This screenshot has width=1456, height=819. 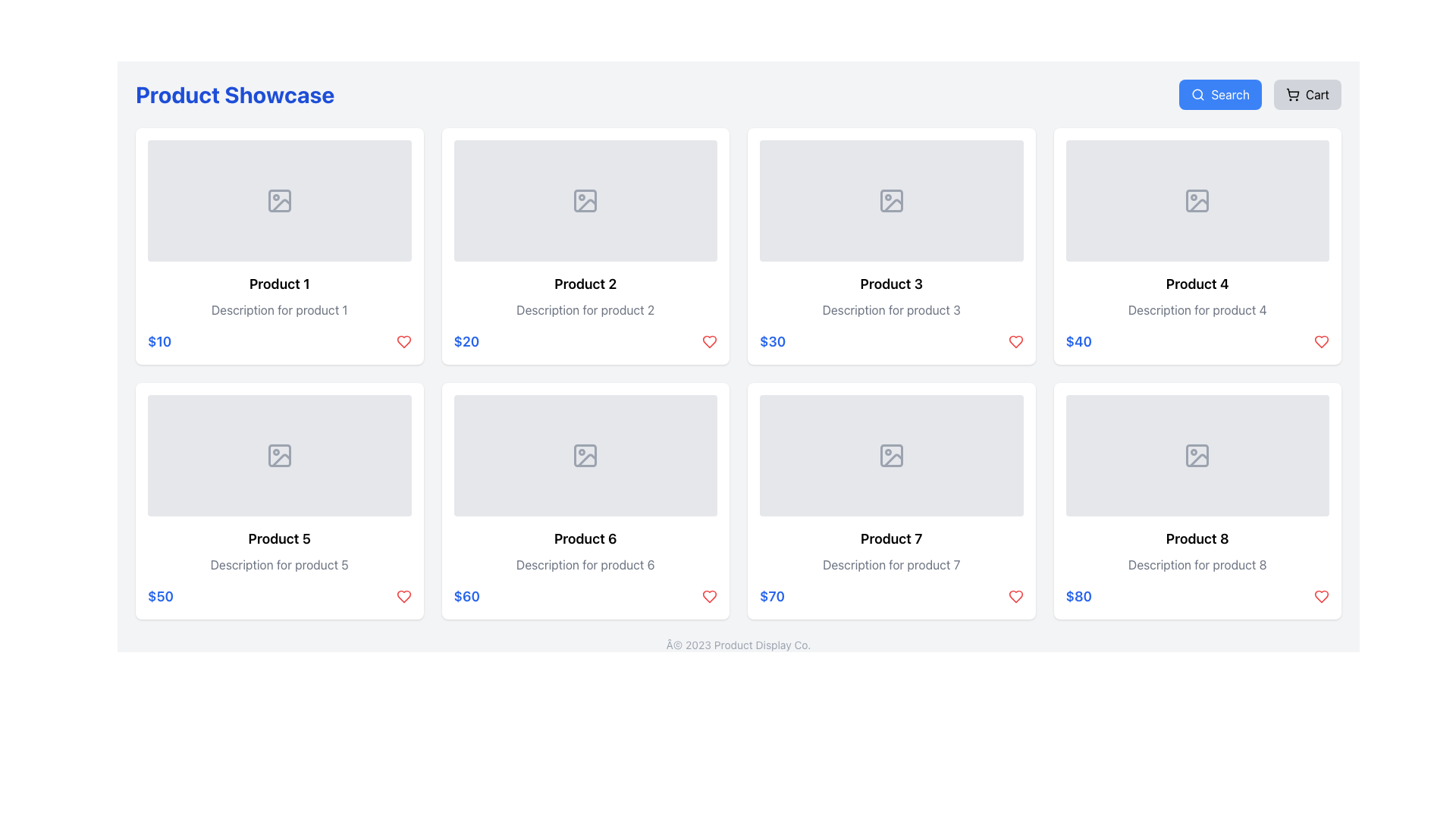 I want to click on text label that identifies 'Product 6', located in the second row and third column of the product grid, below the product image, so click(x=585, y=538).